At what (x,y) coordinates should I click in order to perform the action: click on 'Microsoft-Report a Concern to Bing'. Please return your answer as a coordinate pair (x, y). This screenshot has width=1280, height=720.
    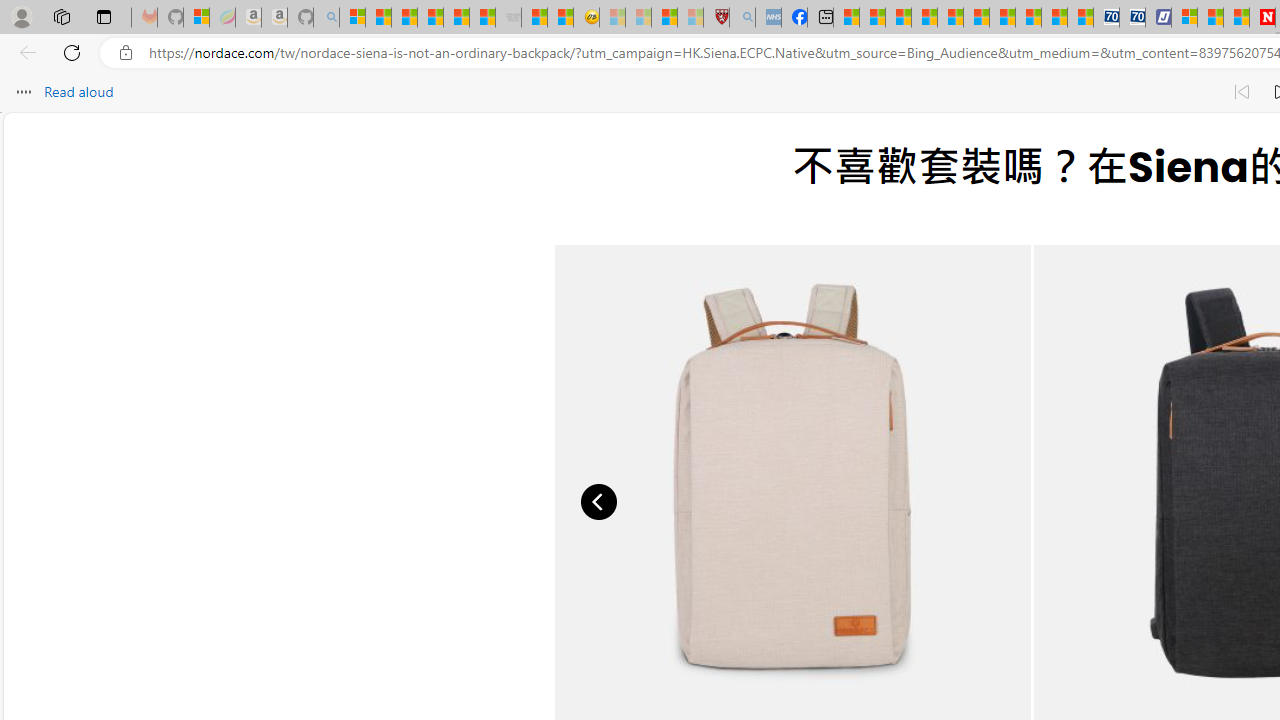
    Looking at the image, I should click on (196, 17).